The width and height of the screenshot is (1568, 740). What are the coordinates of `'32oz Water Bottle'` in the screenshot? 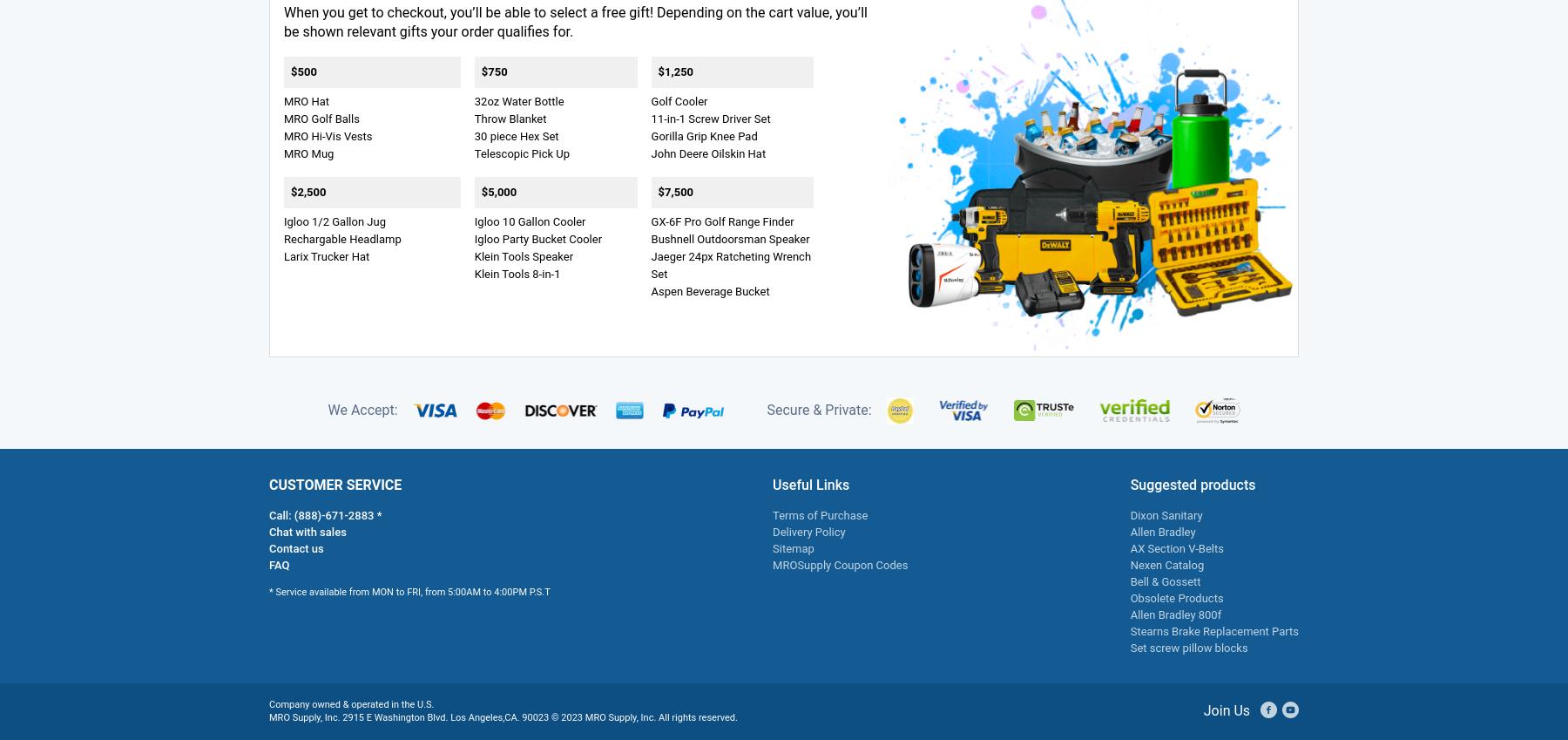 It's located at (518, 99).